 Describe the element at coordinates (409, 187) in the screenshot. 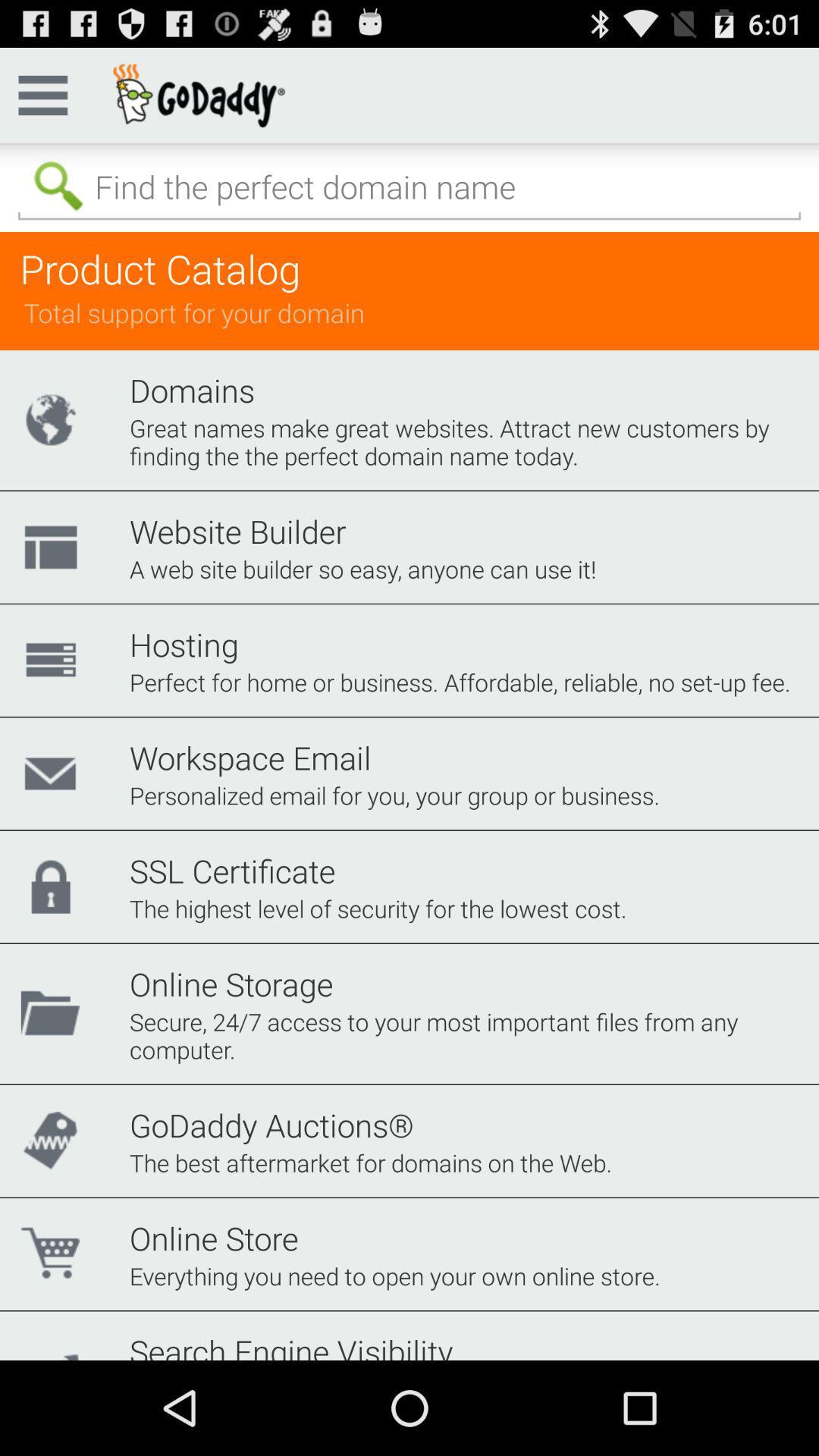

I see `search domain name` at that location.